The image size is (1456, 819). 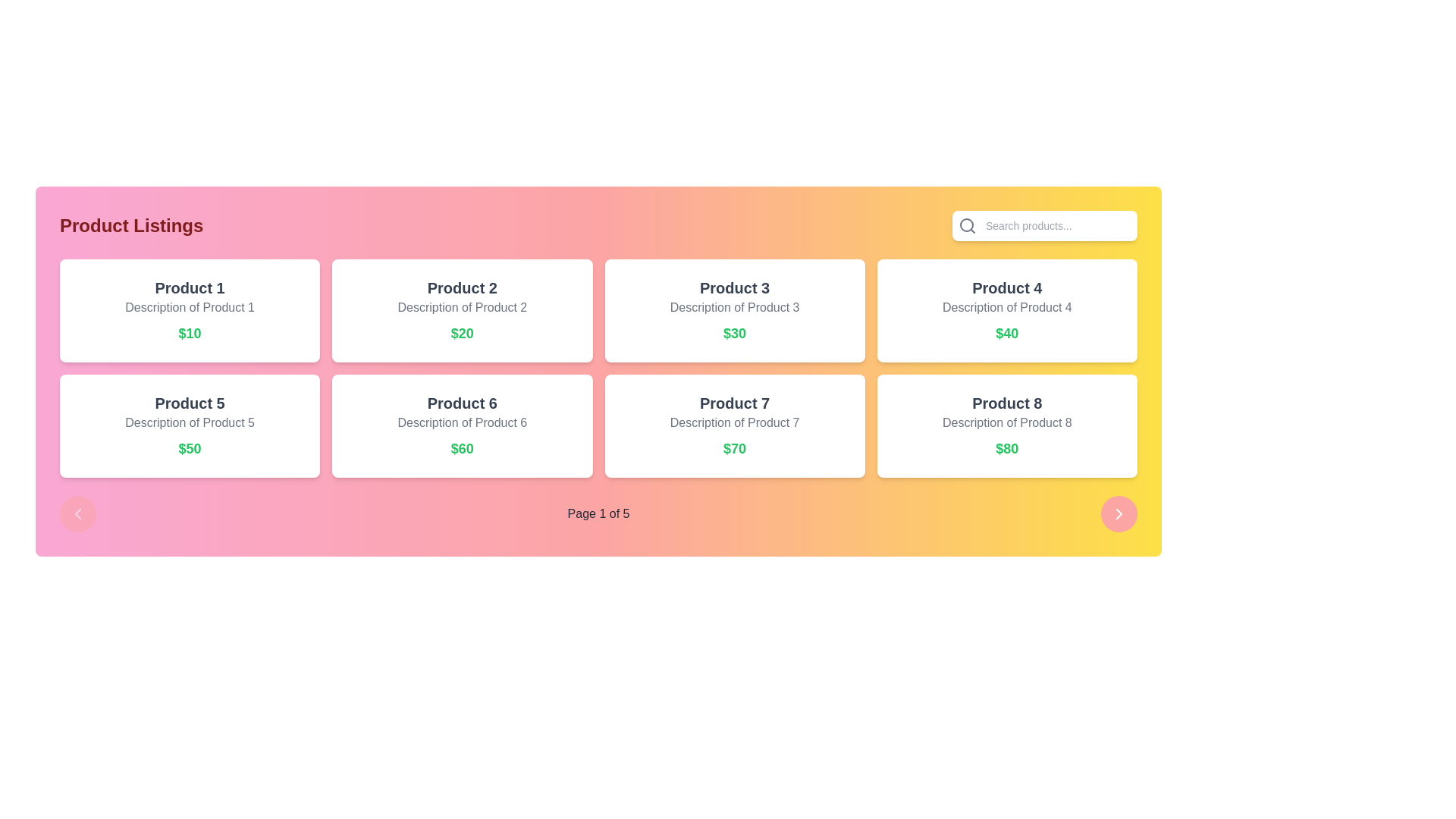 I want to click on the Card component representing 'Product 5', which includes its name, description, and price information, located in the fifth position of the product listing grid, so click(x=189, y=426).